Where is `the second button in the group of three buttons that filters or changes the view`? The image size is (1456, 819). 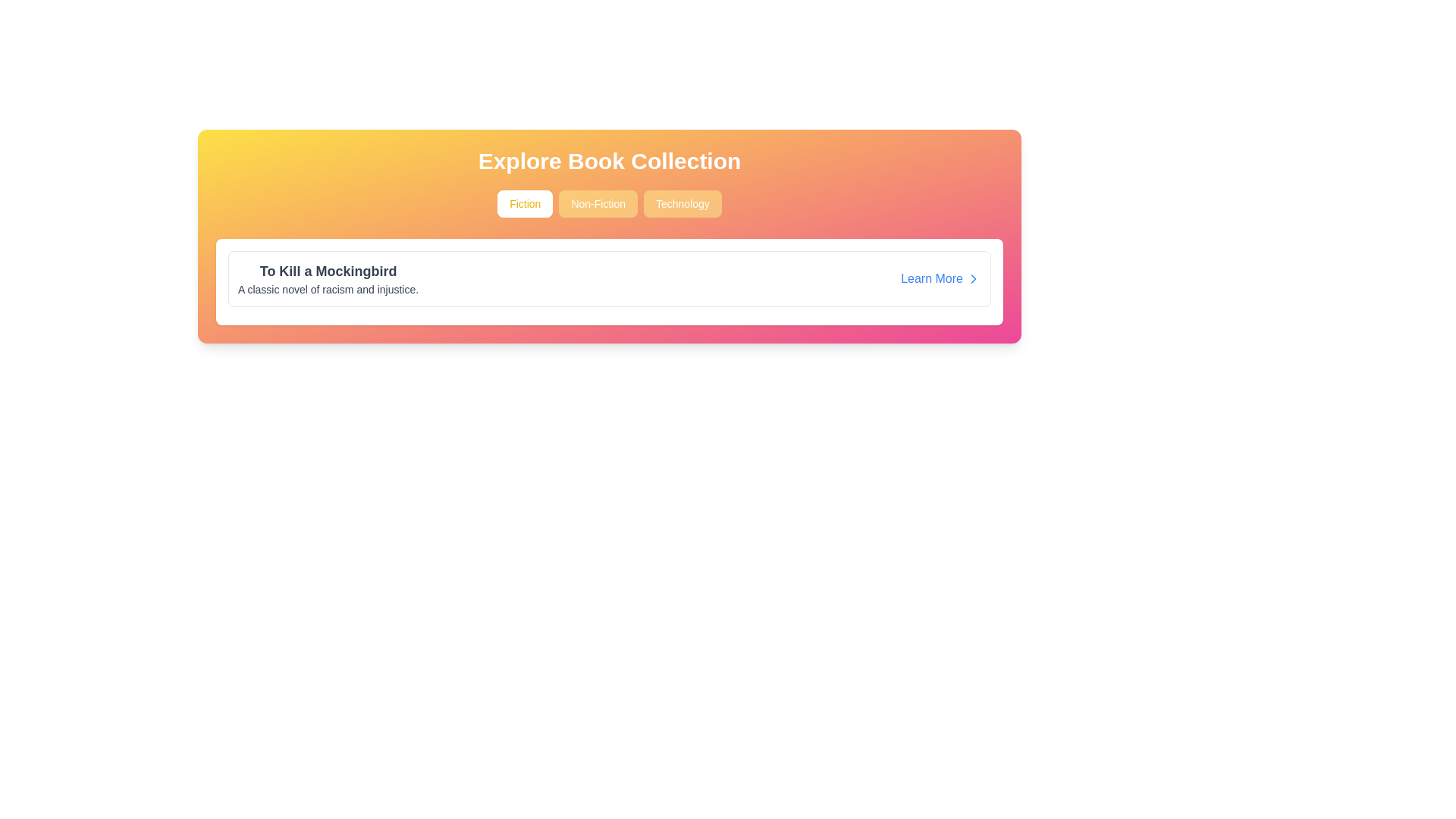
the second button in the group of three buttons that filters or changes the view is located at coordinates (598, 203).